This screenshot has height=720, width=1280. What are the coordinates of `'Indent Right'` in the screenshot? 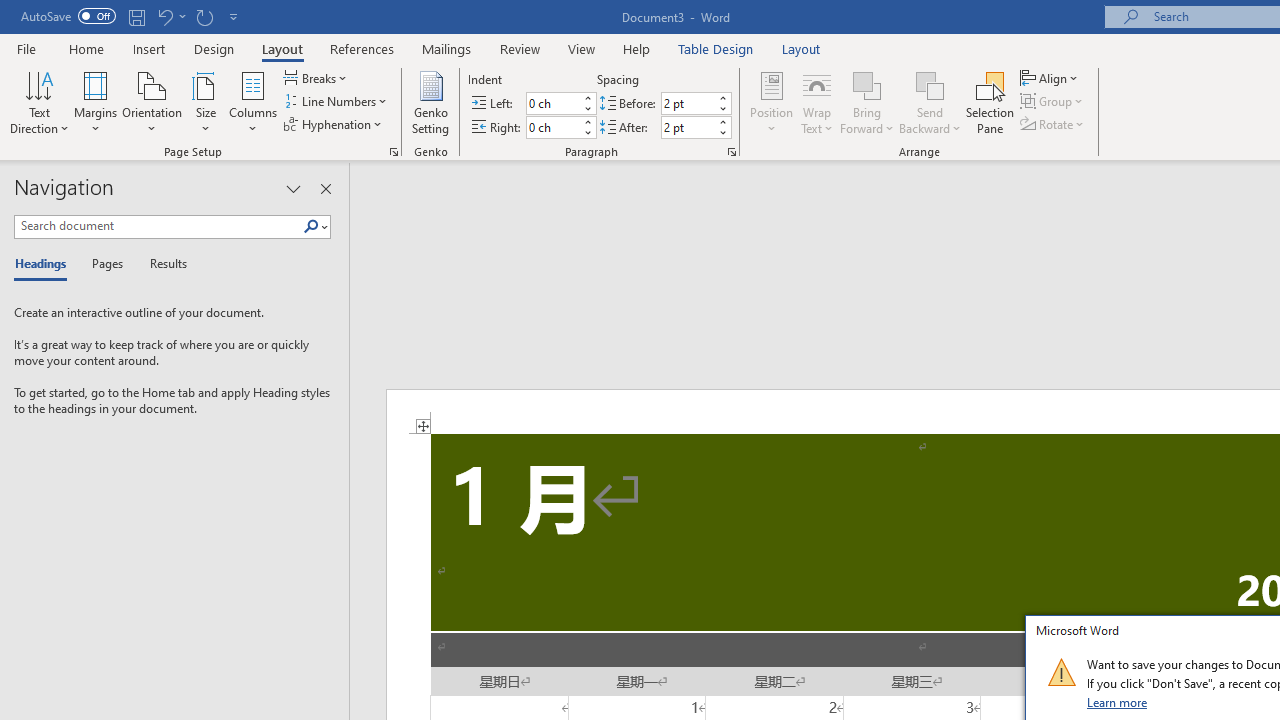 It's located at (552, 127).